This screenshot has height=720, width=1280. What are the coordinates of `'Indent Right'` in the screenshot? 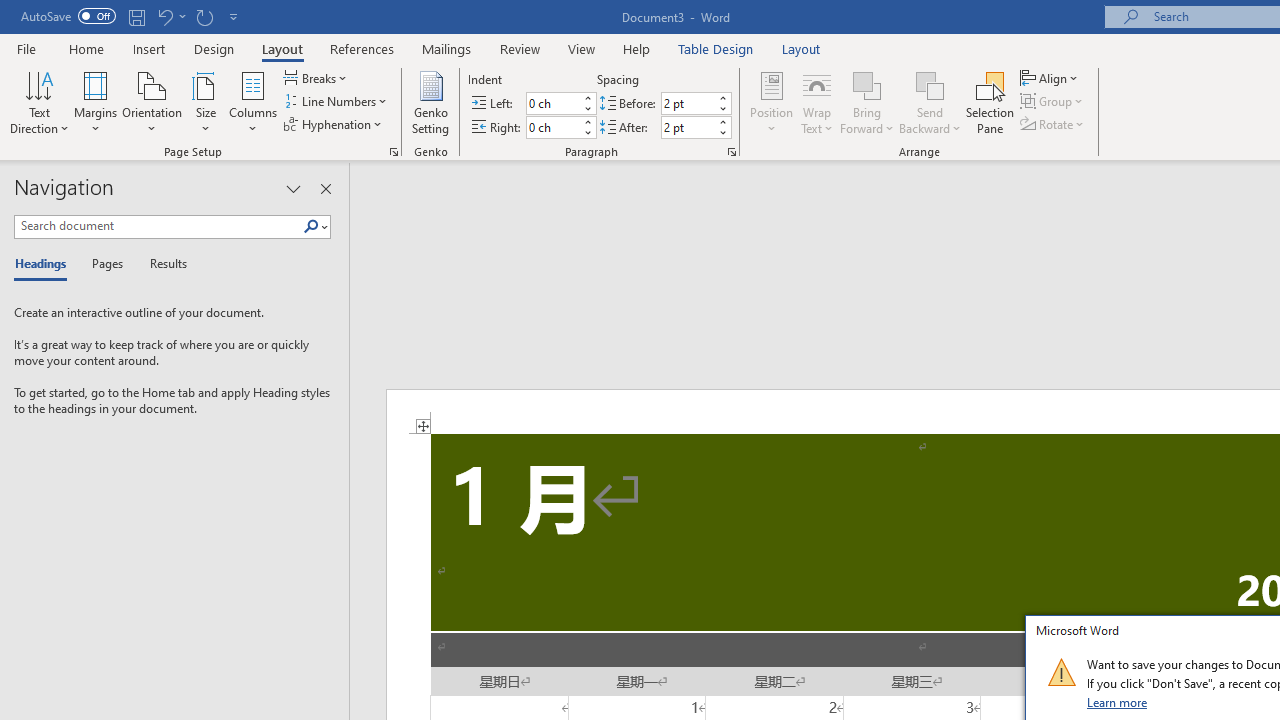 It's located at (552, 127).